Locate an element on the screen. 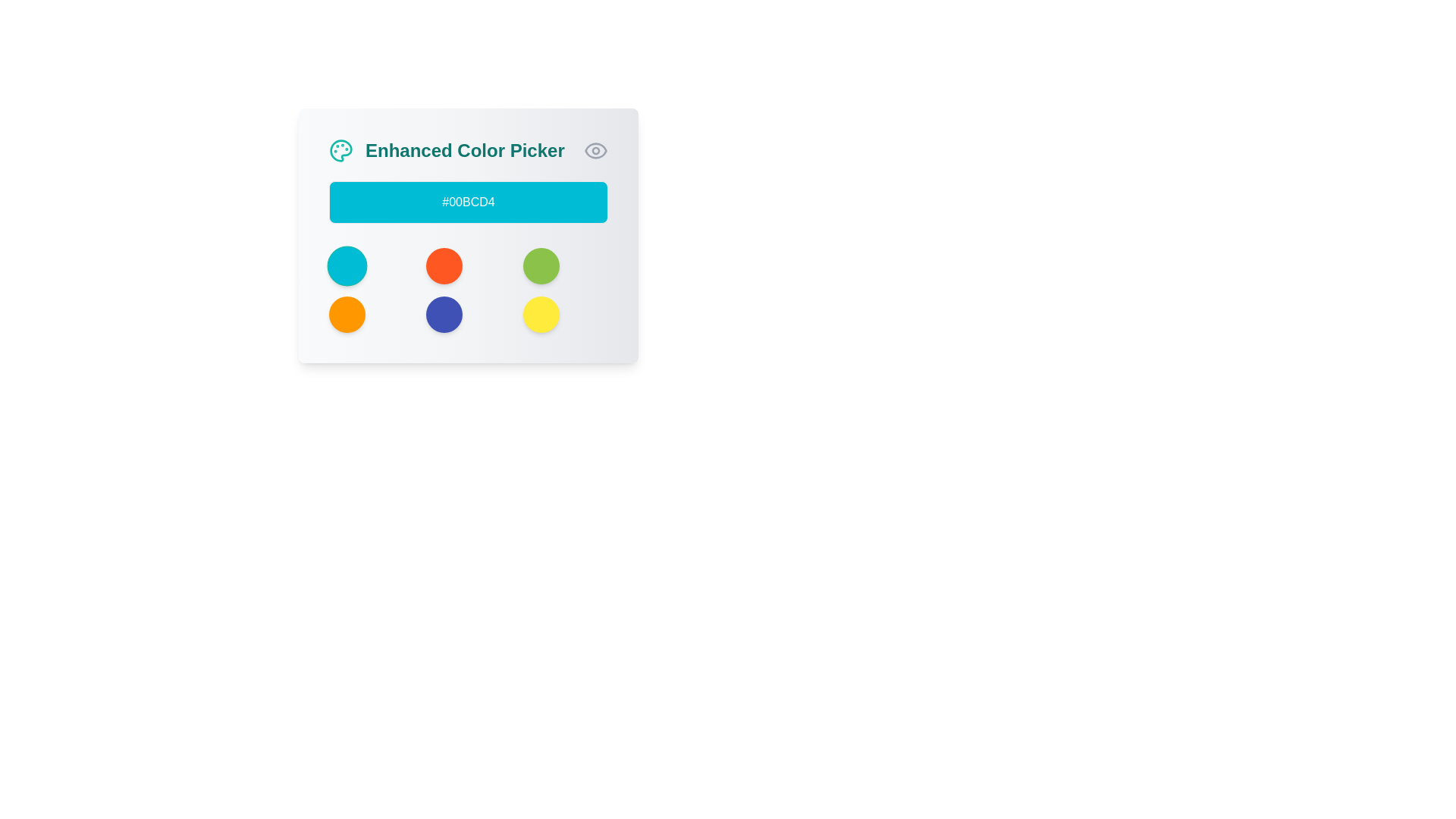 The height and width of the screenshot is (819, 1456). the static informational display box that shows the selected color's hexadecimal code, located beneath the 'Enhanced Color Picker' title is located at coordinates (468, 201).